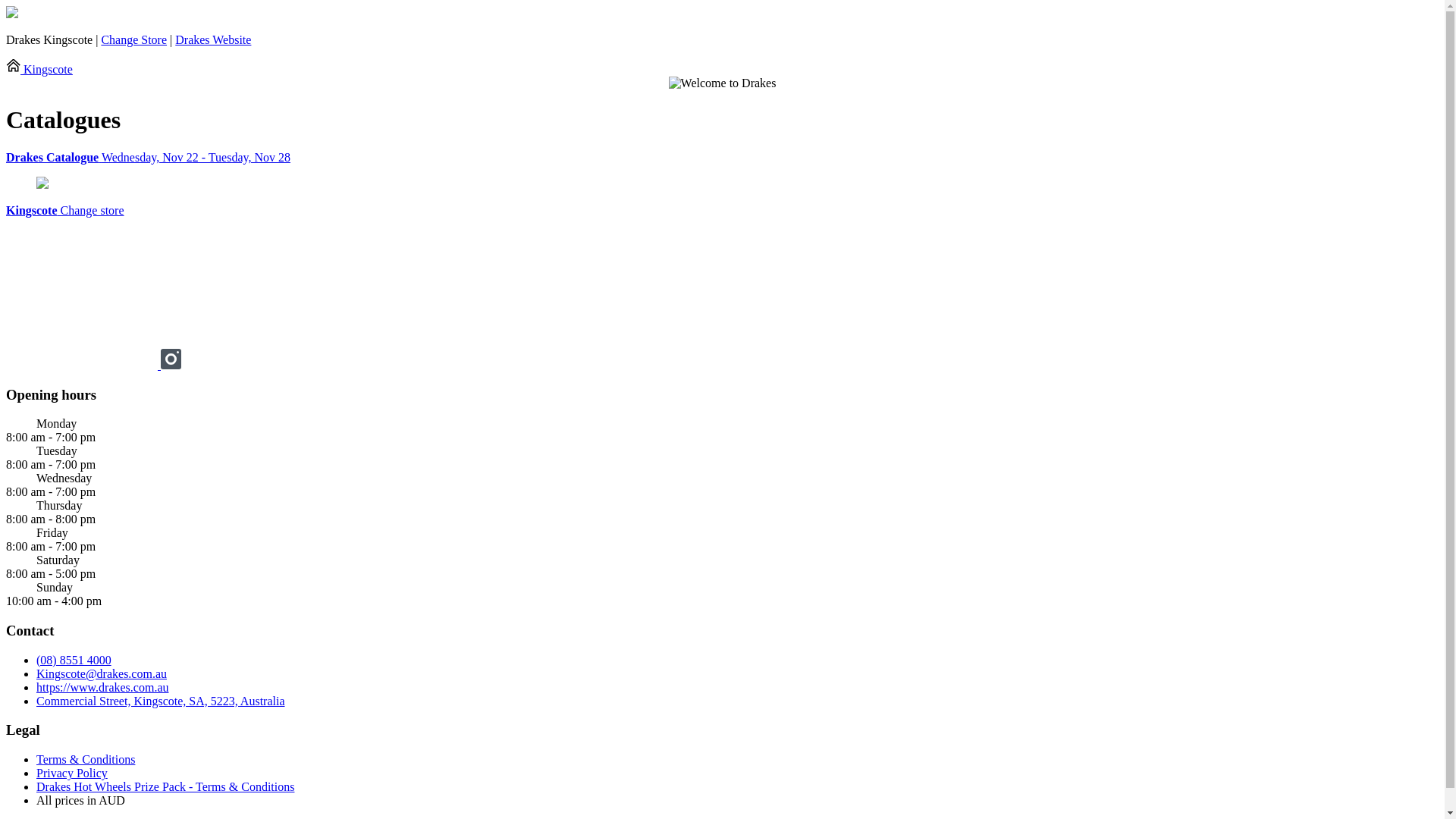 This screenshot has height=819, width=1456. I want to click on 'Privacy Policy', so click(71, 773).